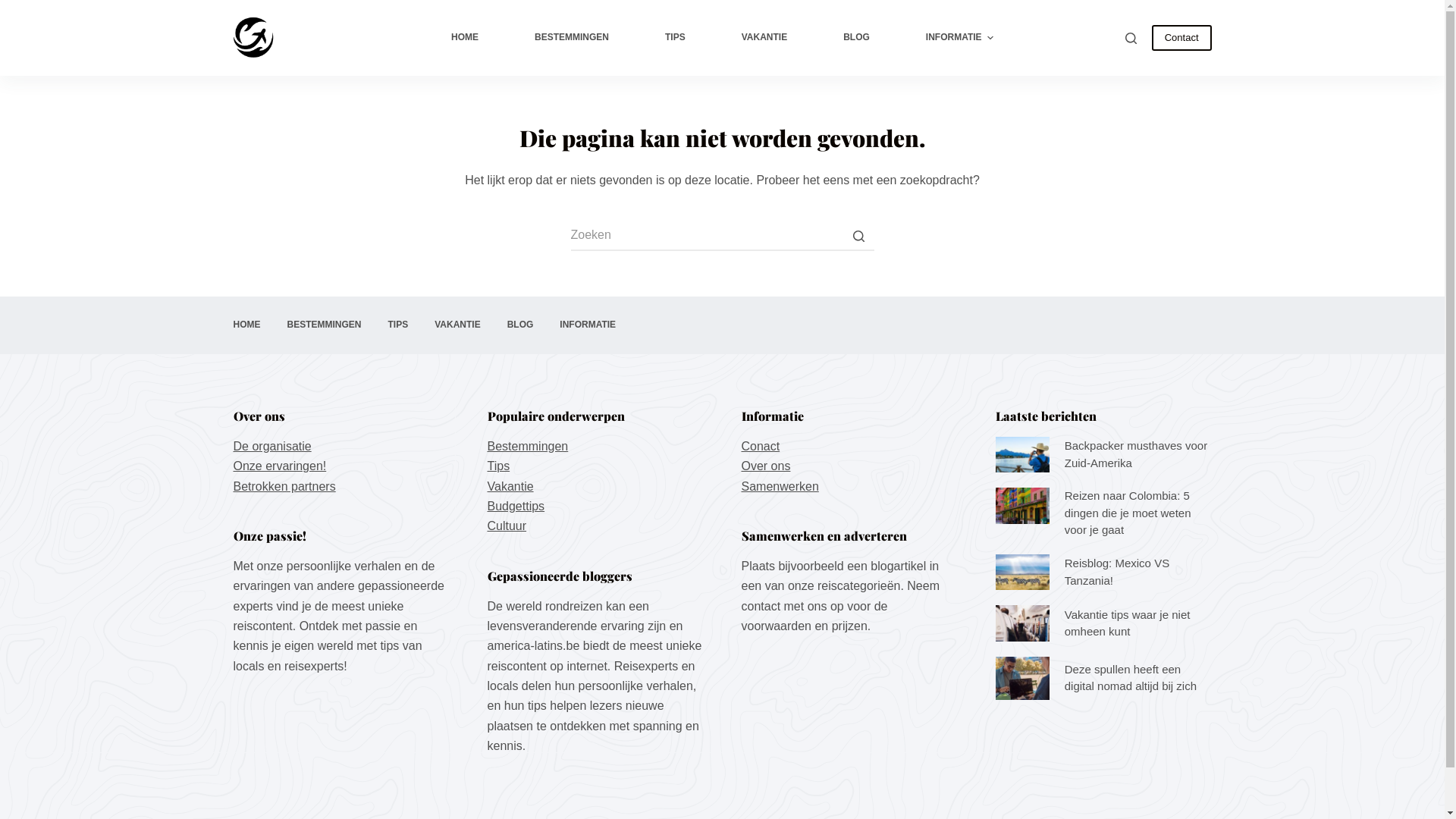 Image resolution: width=1456 pixels, height=819 pixels. I want to click on 'INFORMATIE', so click(959, 37).